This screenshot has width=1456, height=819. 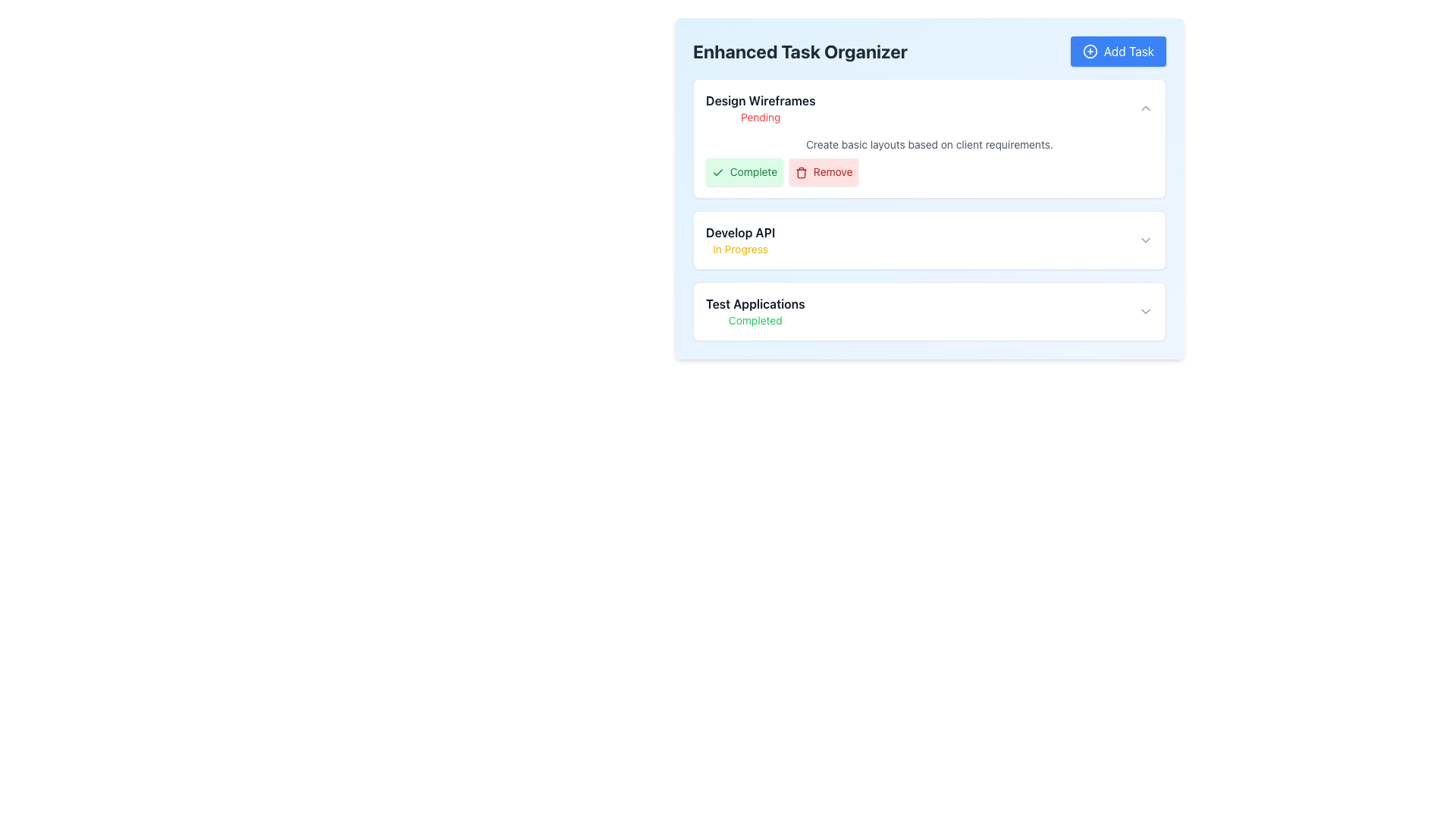 What do you see at coordinates (1089, 51) in the screenshot?
I see `the 'Add Task' icon located before the text label 'Add Task' within a blue rectangular button in the top-right section of the interface` at bounding box center [1089, 51].